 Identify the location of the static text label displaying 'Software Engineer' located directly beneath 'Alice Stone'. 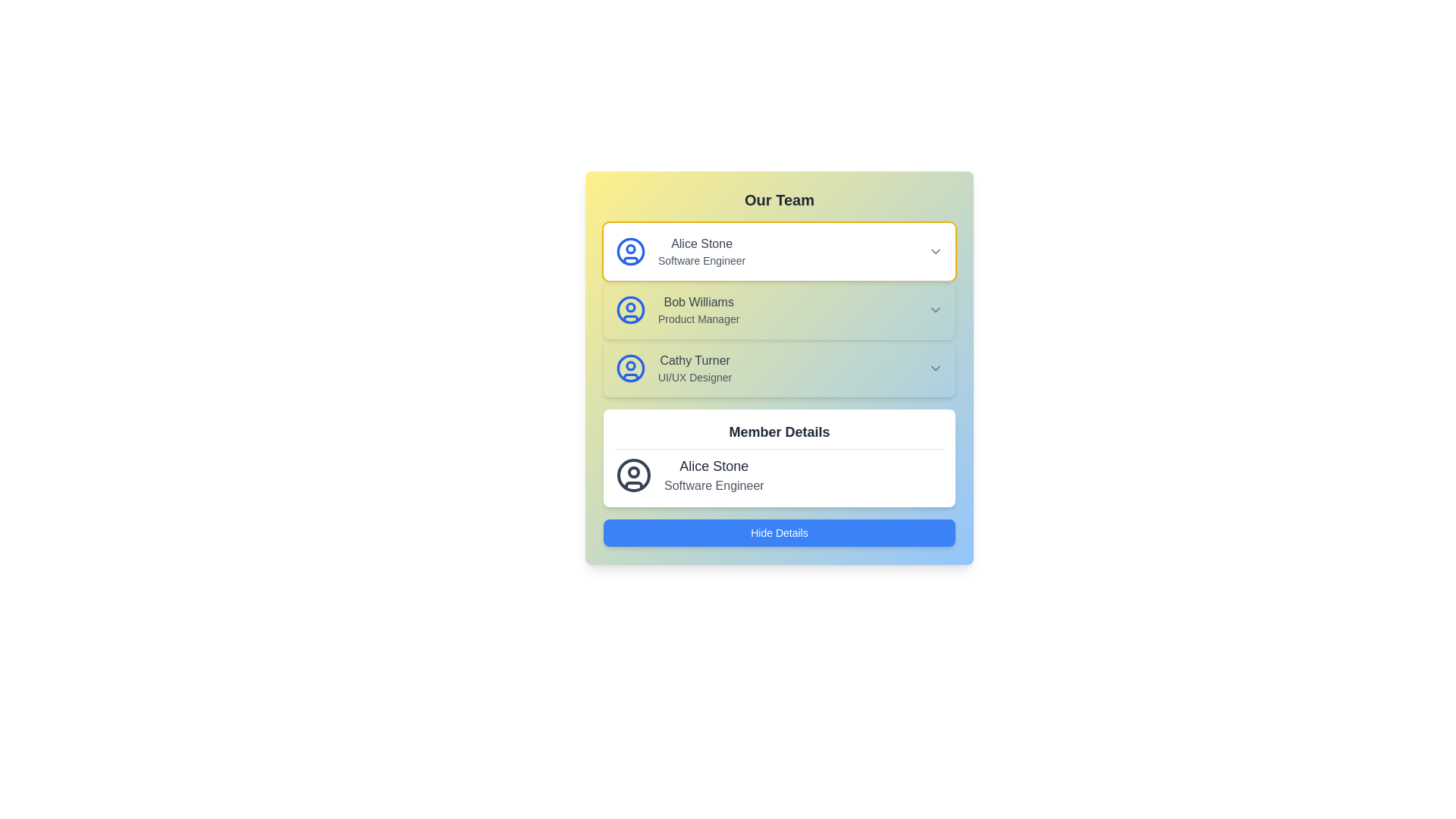
(701, 259).